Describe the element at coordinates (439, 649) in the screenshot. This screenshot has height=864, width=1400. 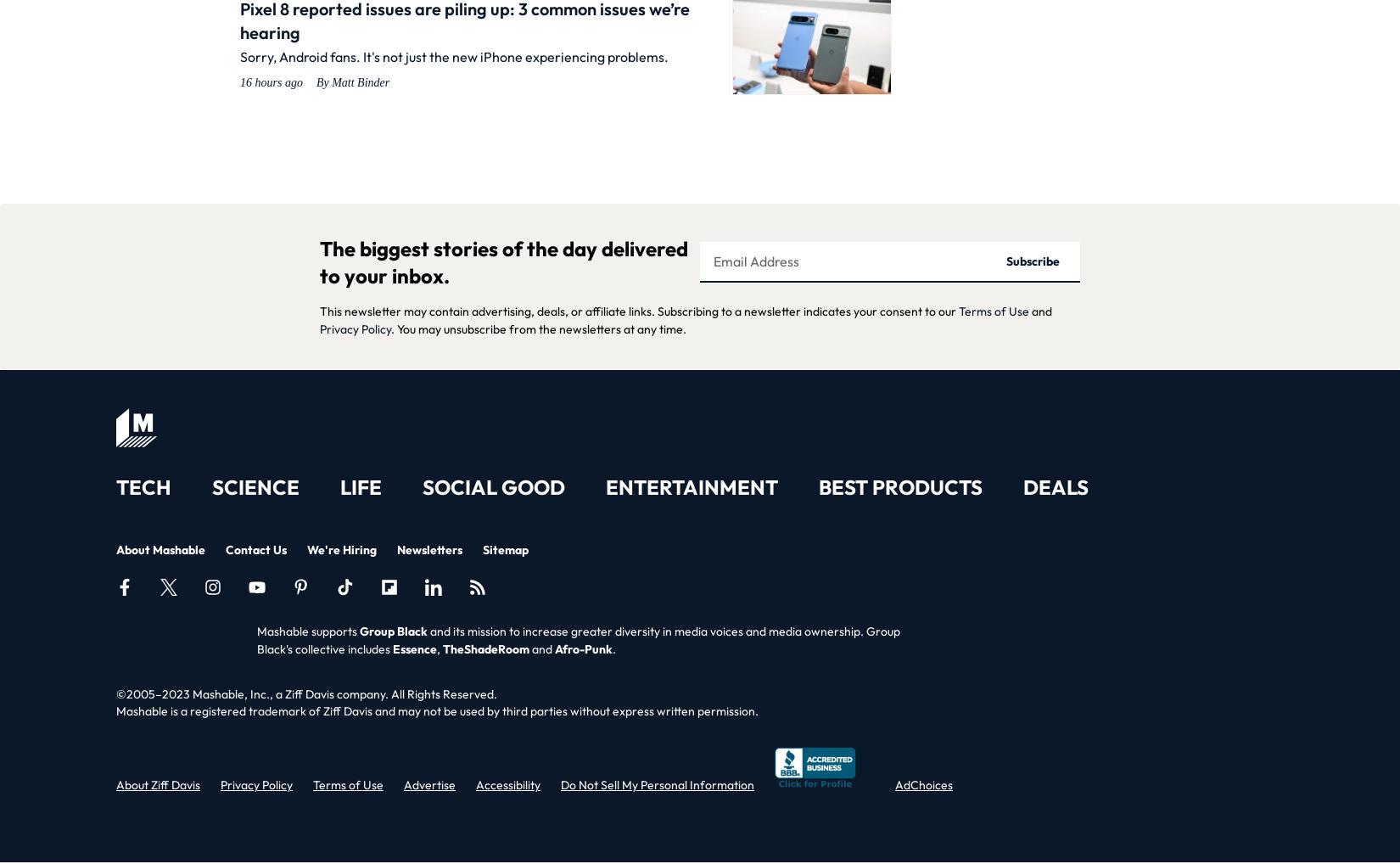
I see `','` at that location.